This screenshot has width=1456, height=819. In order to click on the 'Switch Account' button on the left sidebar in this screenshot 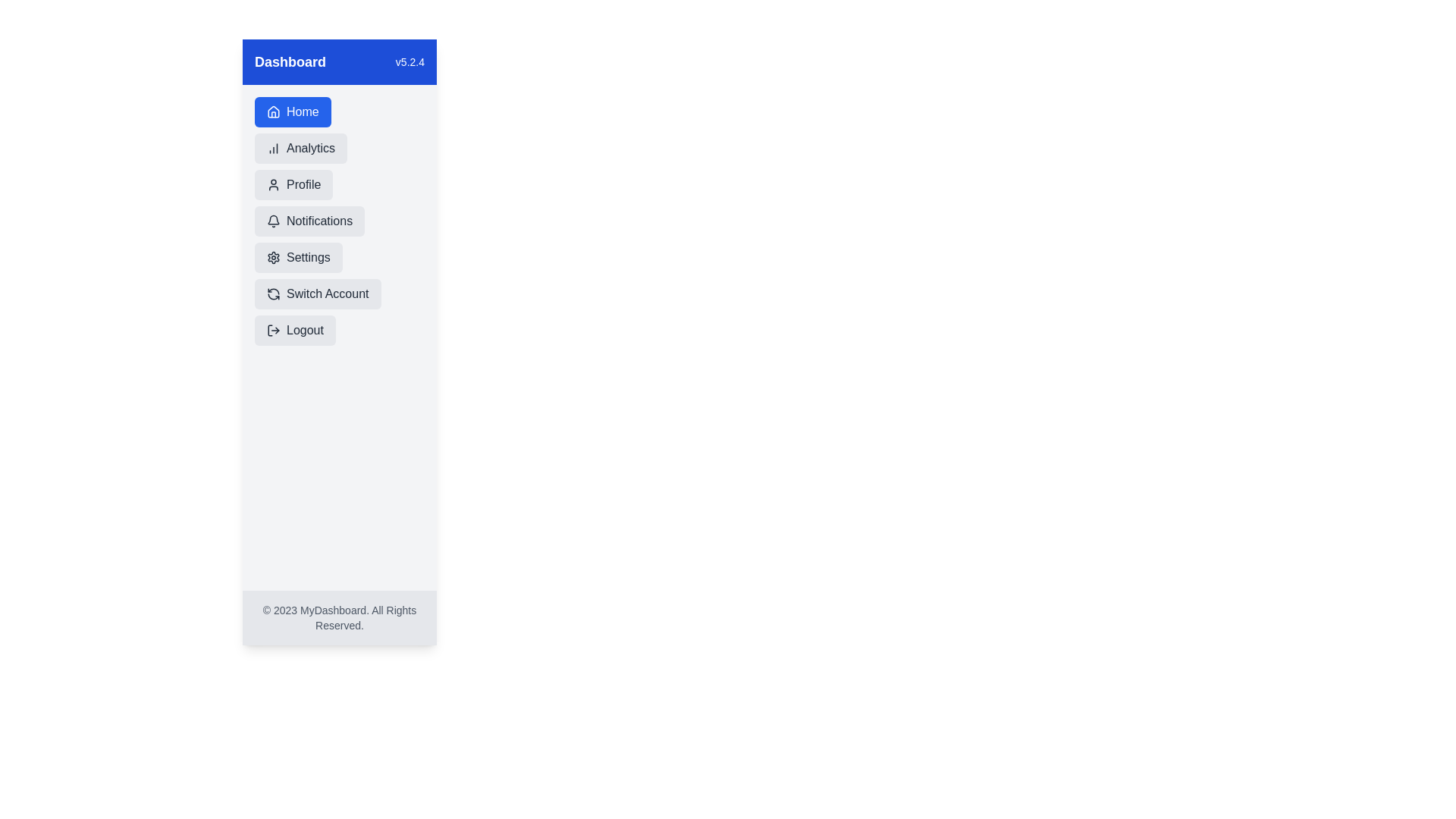, I will do `click(317, 294)`.